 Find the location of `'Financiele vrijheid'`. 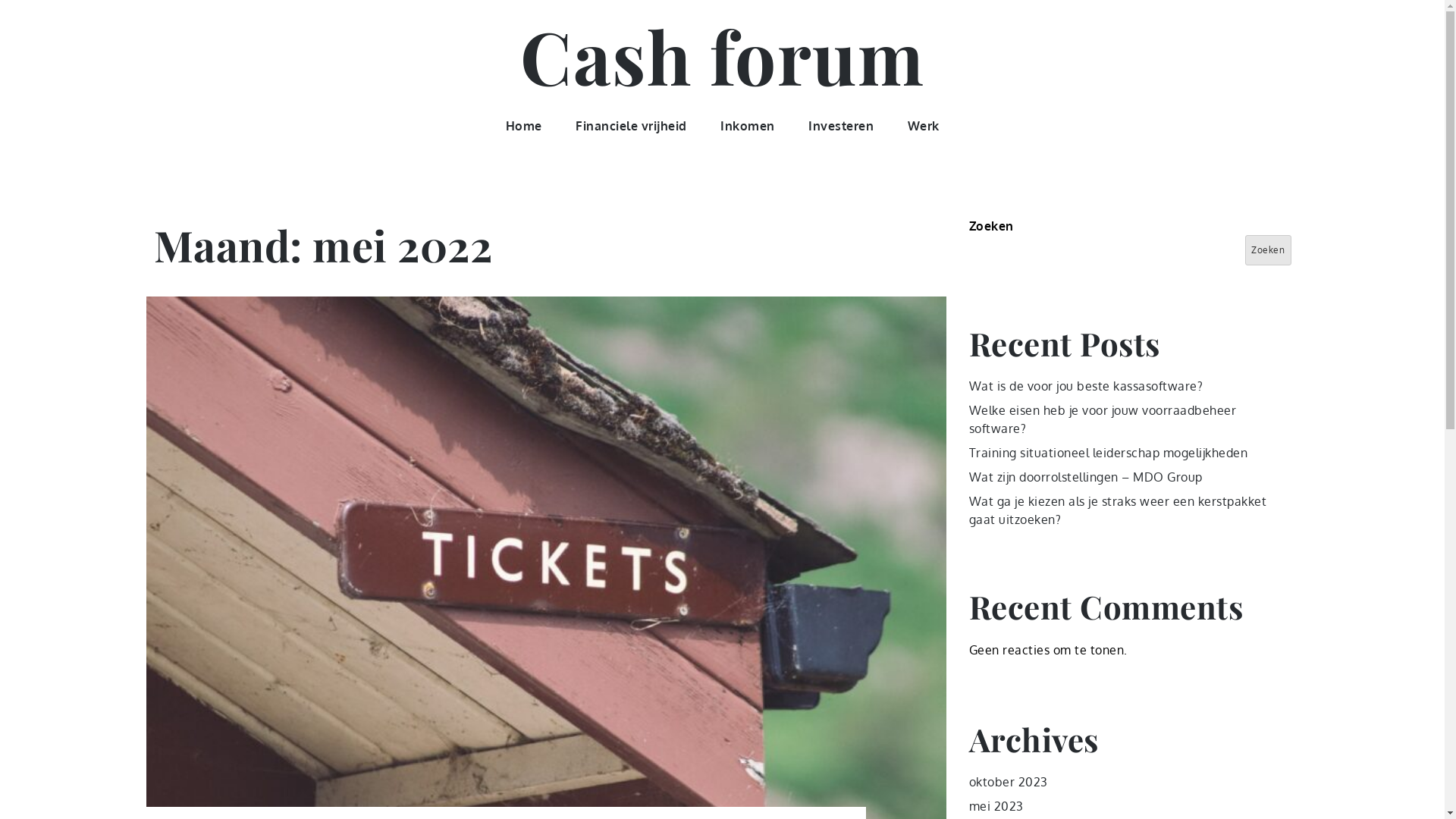

'Financiele vrijheid' is located at coordinates (631, 124).